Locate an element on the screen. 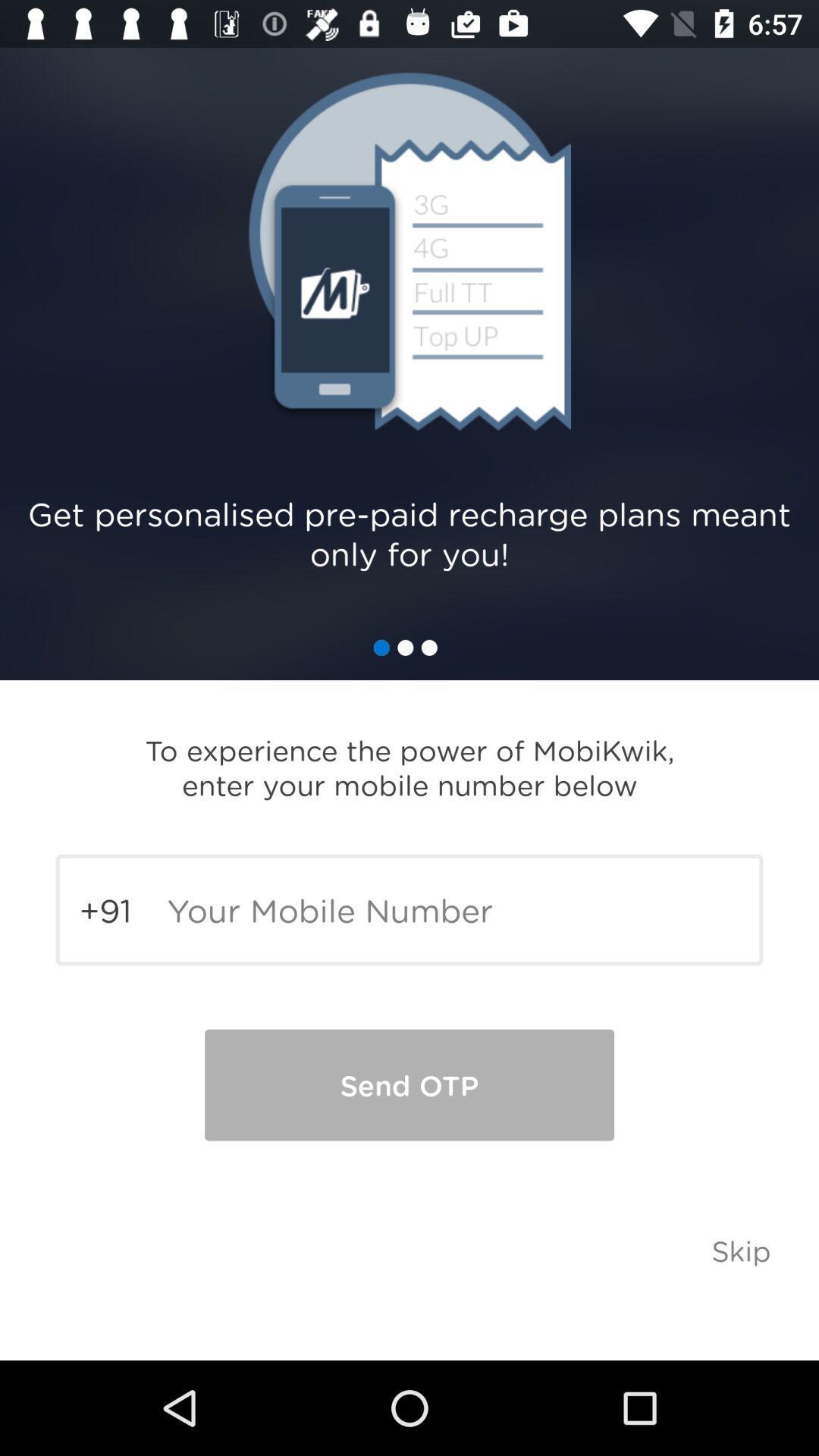 The height and width of the screenshot is (1456, 819). the item at the bottom right corner is located at coordinates (740, 1250).